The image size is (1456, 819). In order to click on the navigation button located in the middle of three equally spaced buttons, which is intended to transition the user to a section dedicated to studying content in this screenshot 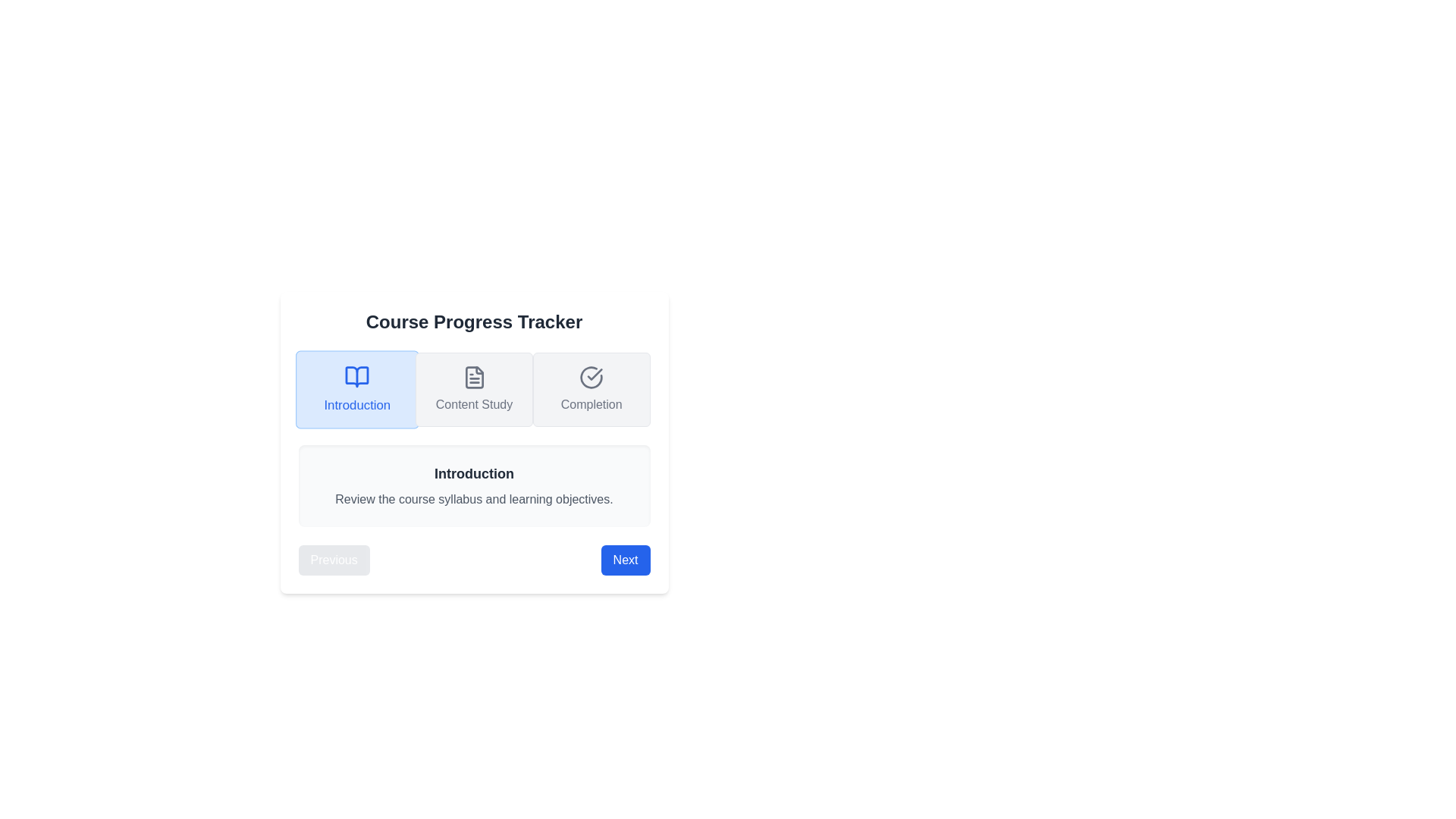, I will do `click(473, 388)`.